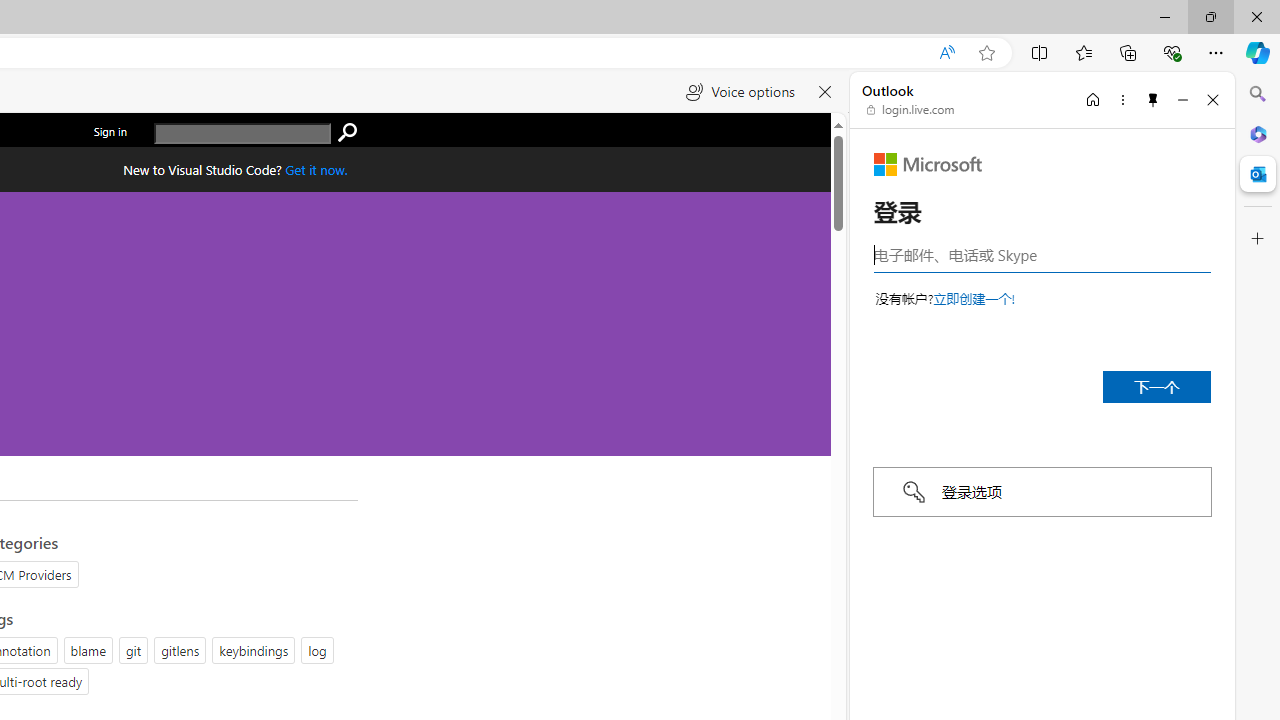 This screenshot has height=720, width=1280. I want to click on 'Get Visual Studio Code Now', so click(315, 168).